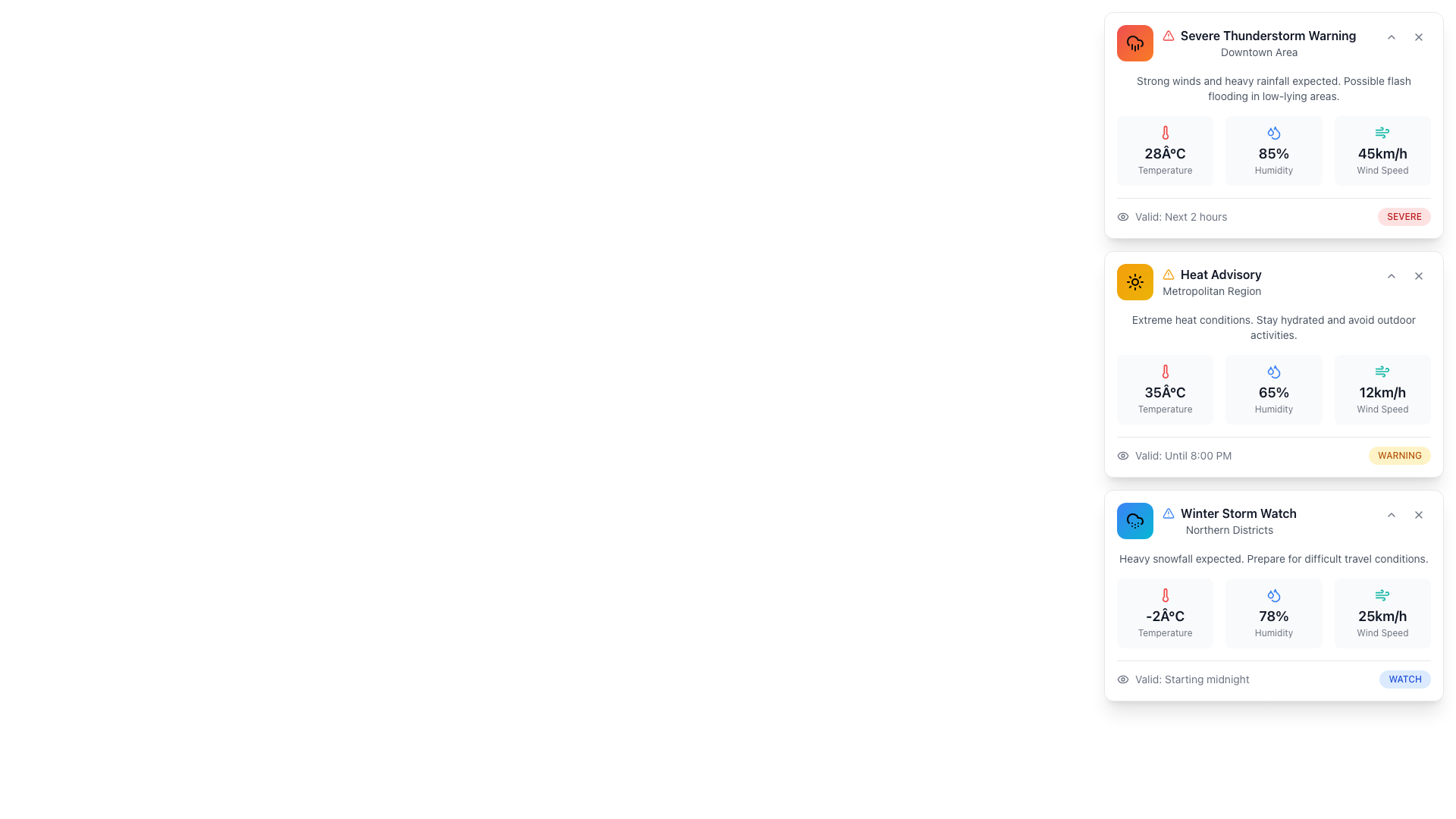 The image size is (1456, 819). Describe the element at coordinates (1418, 36) in the screenshot. I see `the close button located in the top-right corner of the 'Severe Thunderstorm Warning' card` at that location.